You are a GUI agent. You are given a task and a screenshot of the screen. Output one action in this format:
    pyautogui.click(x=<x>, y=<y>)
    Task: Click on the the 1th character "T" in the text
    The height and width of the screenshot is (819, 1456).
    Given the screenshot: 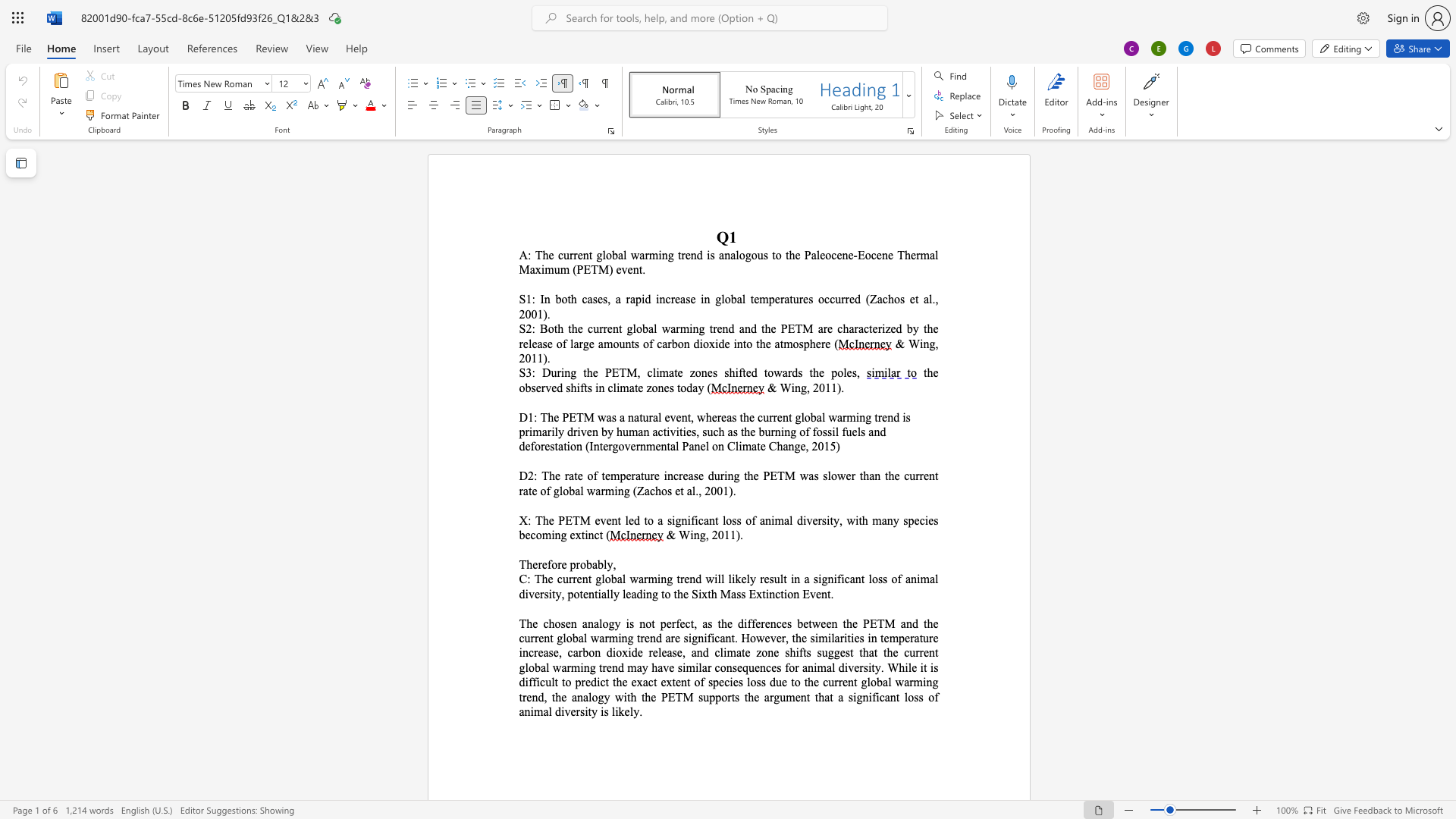 What is the action you would take?
    pyautogui.click(x=538, y=579)
    